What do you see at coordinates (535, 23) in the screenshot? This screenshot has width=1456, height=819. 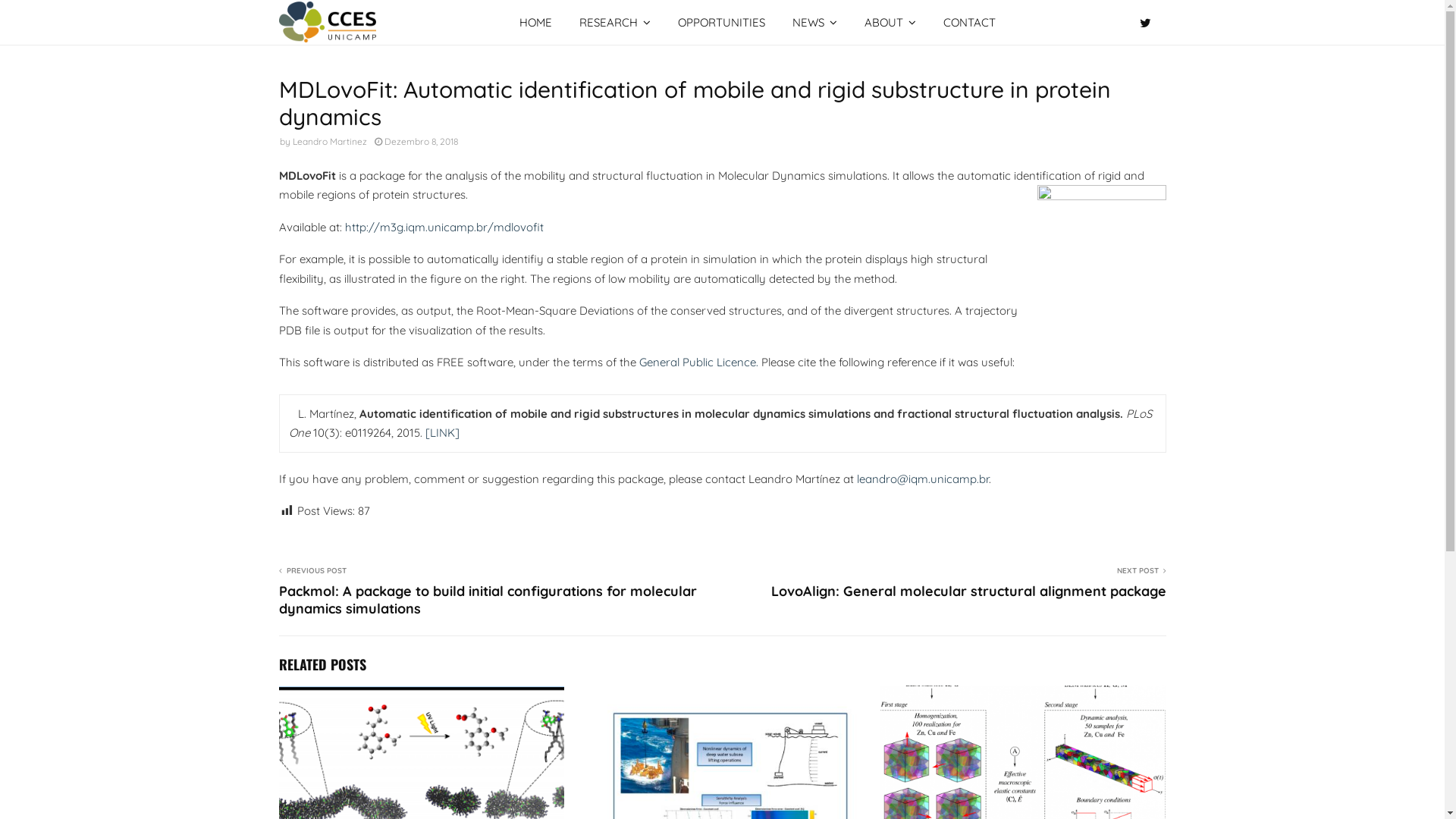 I see `'HOME'` at bounding box center [535, 23].